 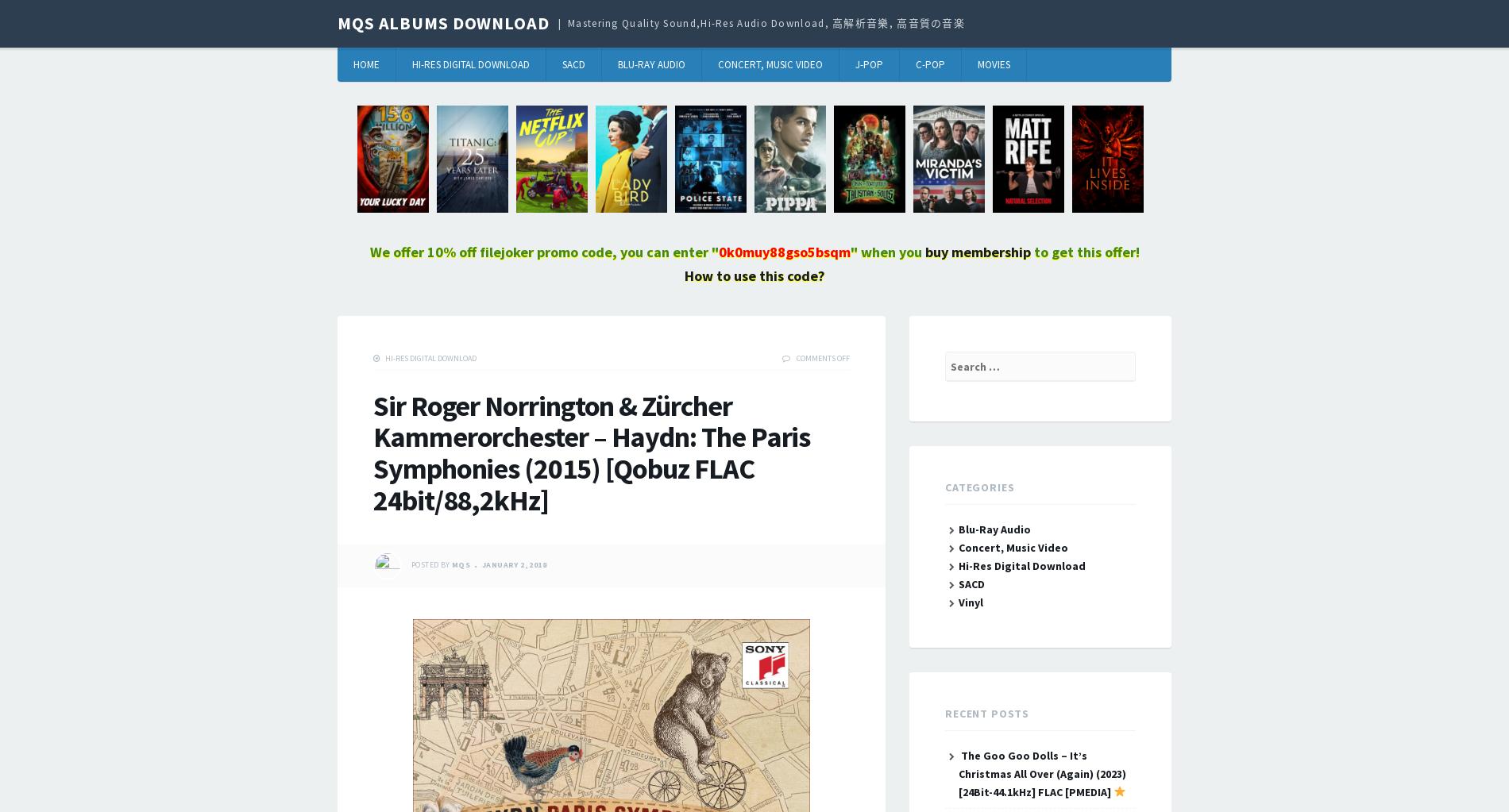 What do you see at coordinates (944, 714) in the screenshot?
I see `'Recent Posts'` at bounding box center [944, 714].